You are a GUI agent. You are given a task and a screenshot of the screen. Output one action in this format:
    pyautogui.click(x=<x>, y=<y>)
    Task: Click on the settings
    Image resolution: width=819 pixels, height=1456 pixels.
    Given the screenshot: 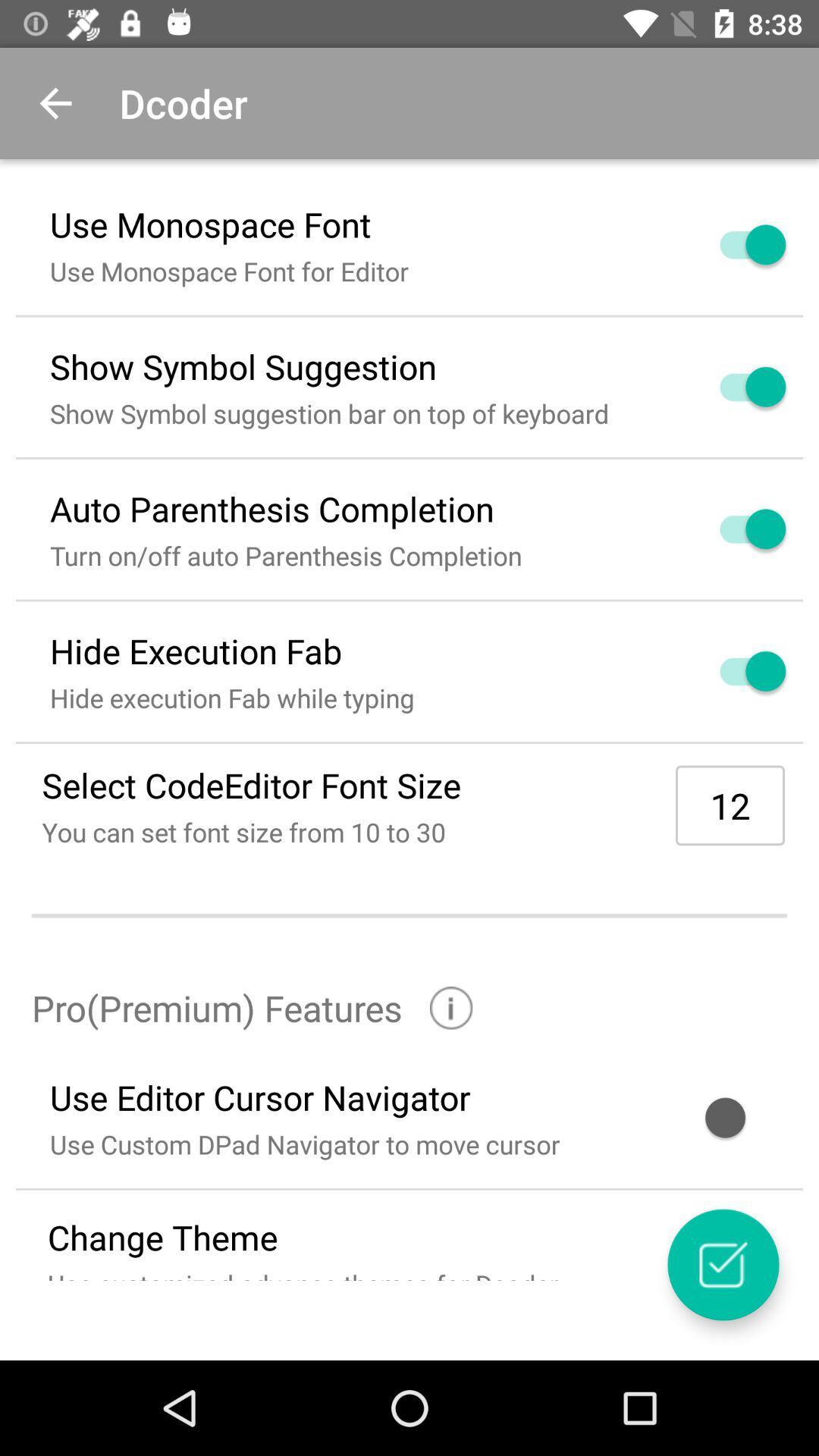 What is the action you would take?
    pyautogui.click(x=722, y=1264)
    